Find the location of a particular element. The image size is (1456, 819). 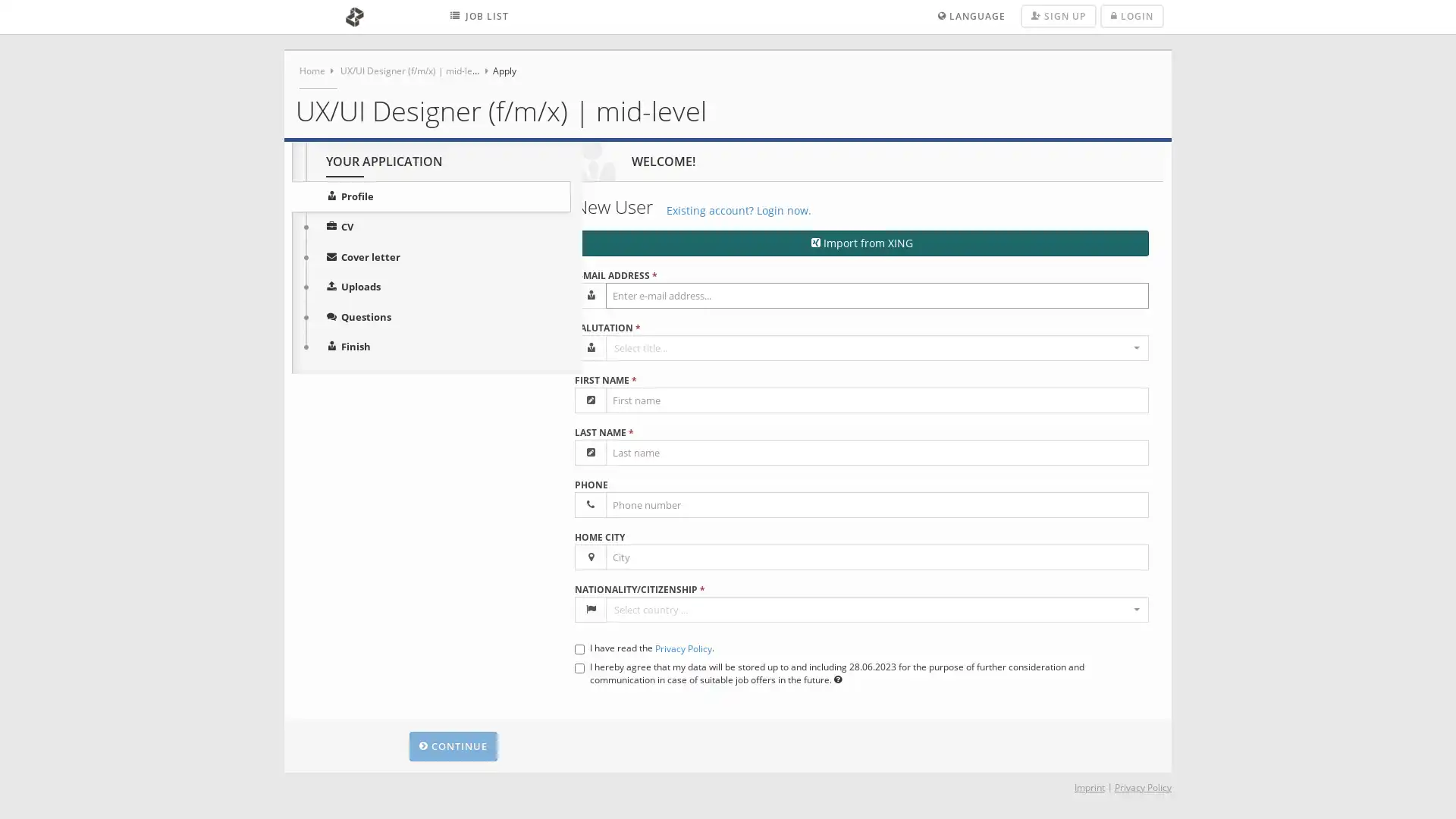

Existing account? Login now. is located at coordinates (459, 210).